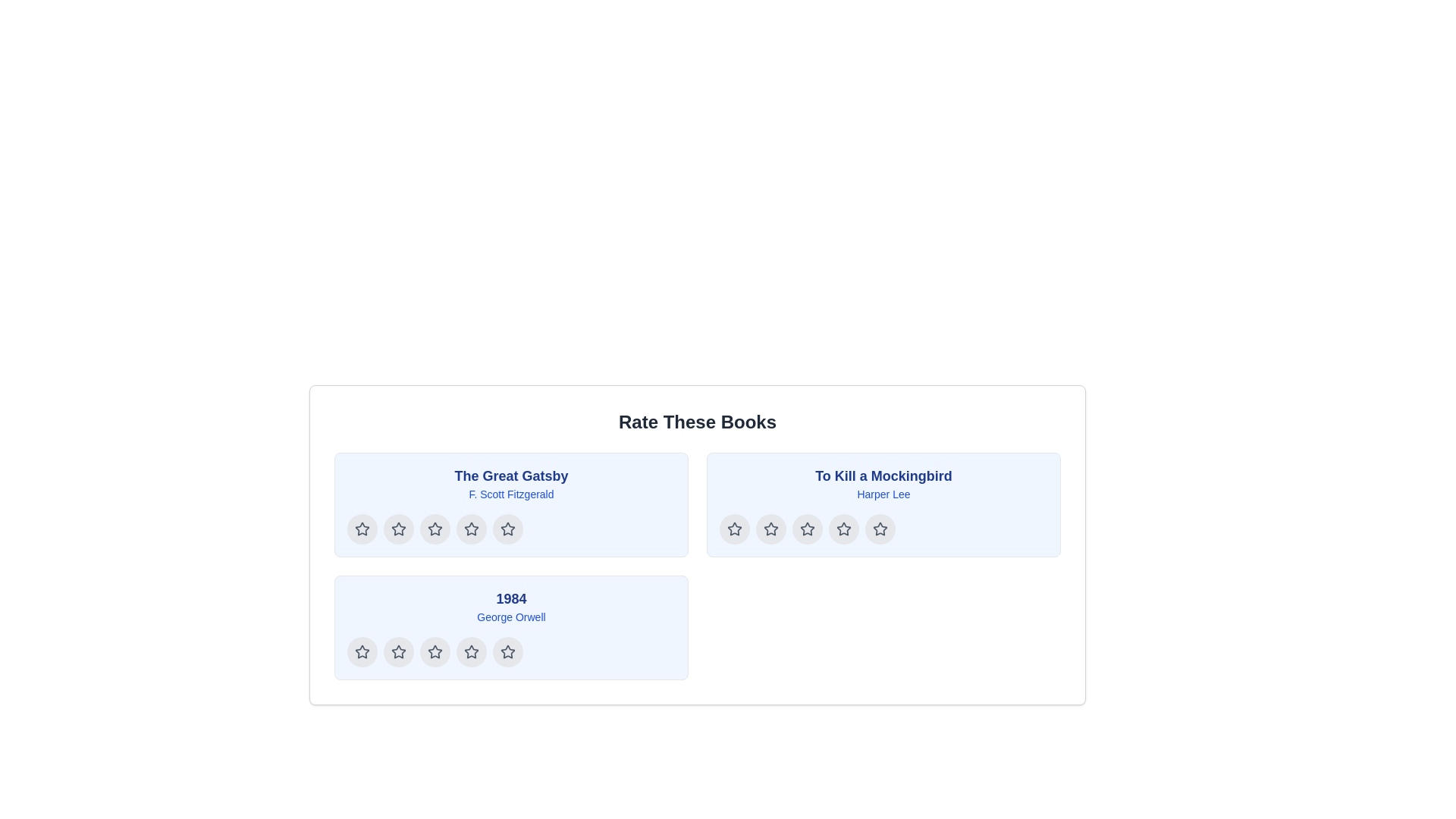 This screenshot has height=819, width=1456. What do you see at coordinates (471, 651) in the screenshot?
I see `the fourth star-shaped rating icon in the book rating interface for the book labeled '1984'` at bounding box center [471, 651].